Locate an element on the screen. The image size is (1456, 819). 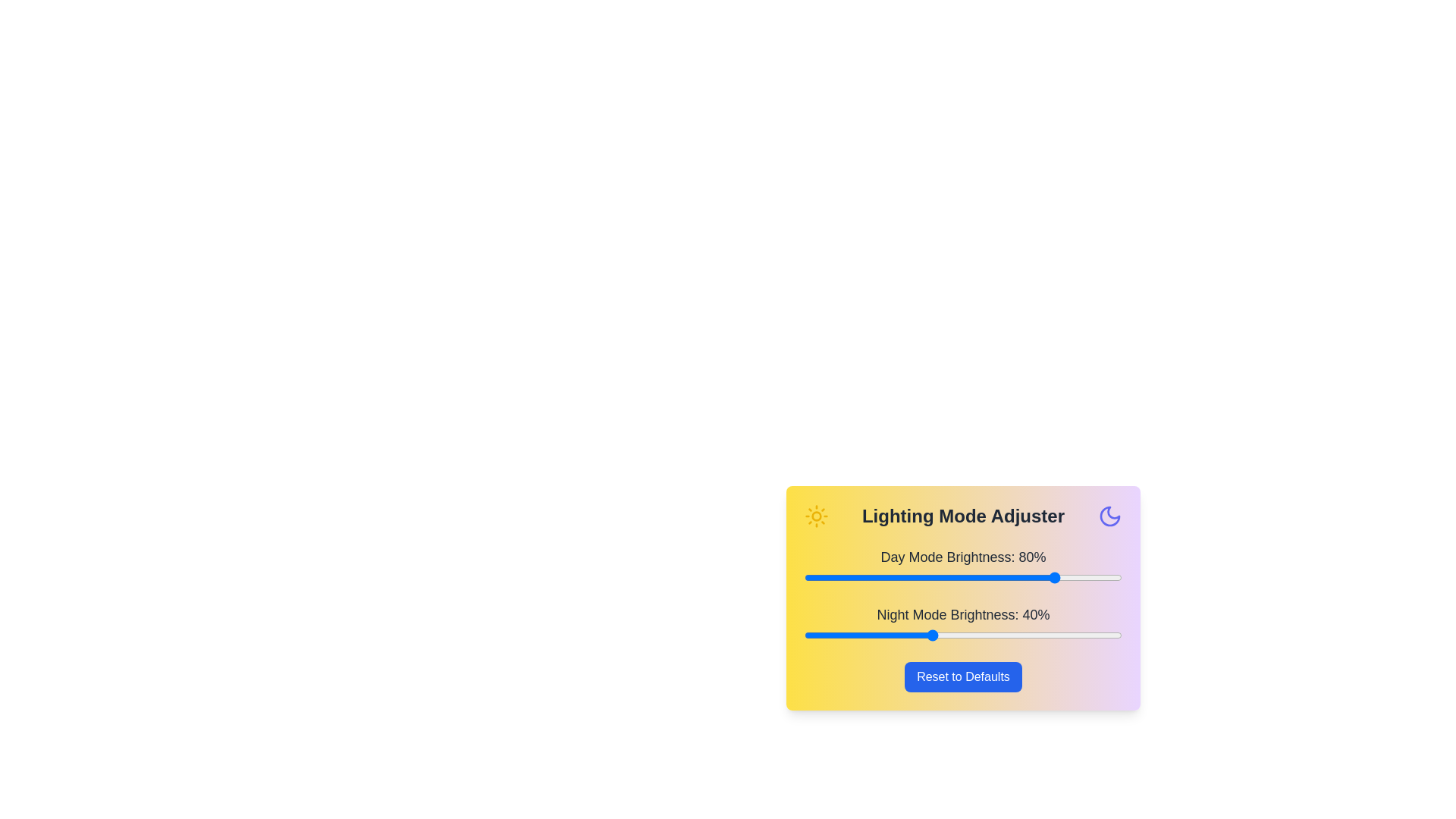
the day mode brightness slider to 58% is located at coordinates (989, 578).